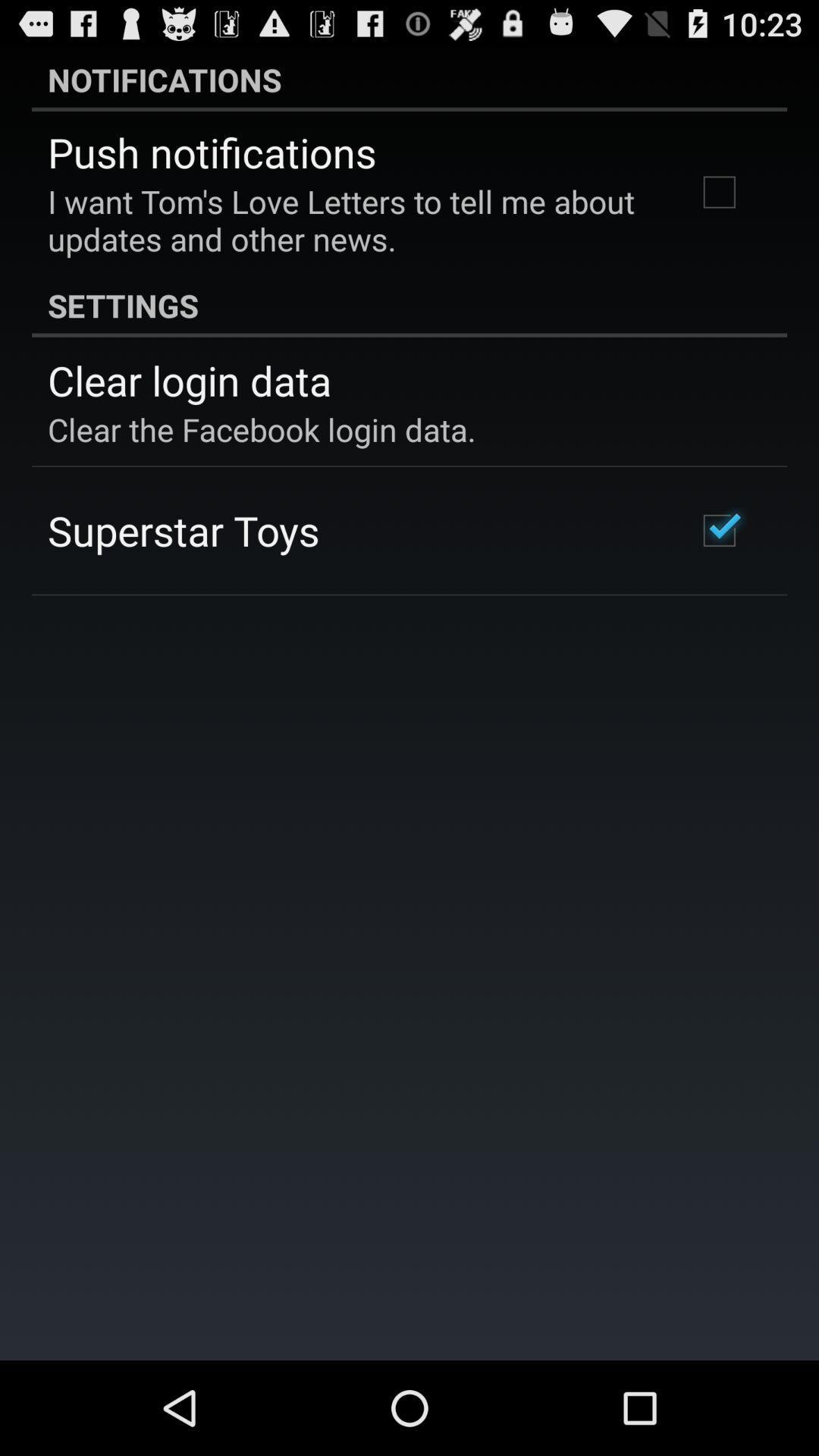 Image resolution: width=819 pixels, height=1456 pixels. Describe the element at coordinates (183, 530) in the screenshot. I see `the superstar toys app` at that location.